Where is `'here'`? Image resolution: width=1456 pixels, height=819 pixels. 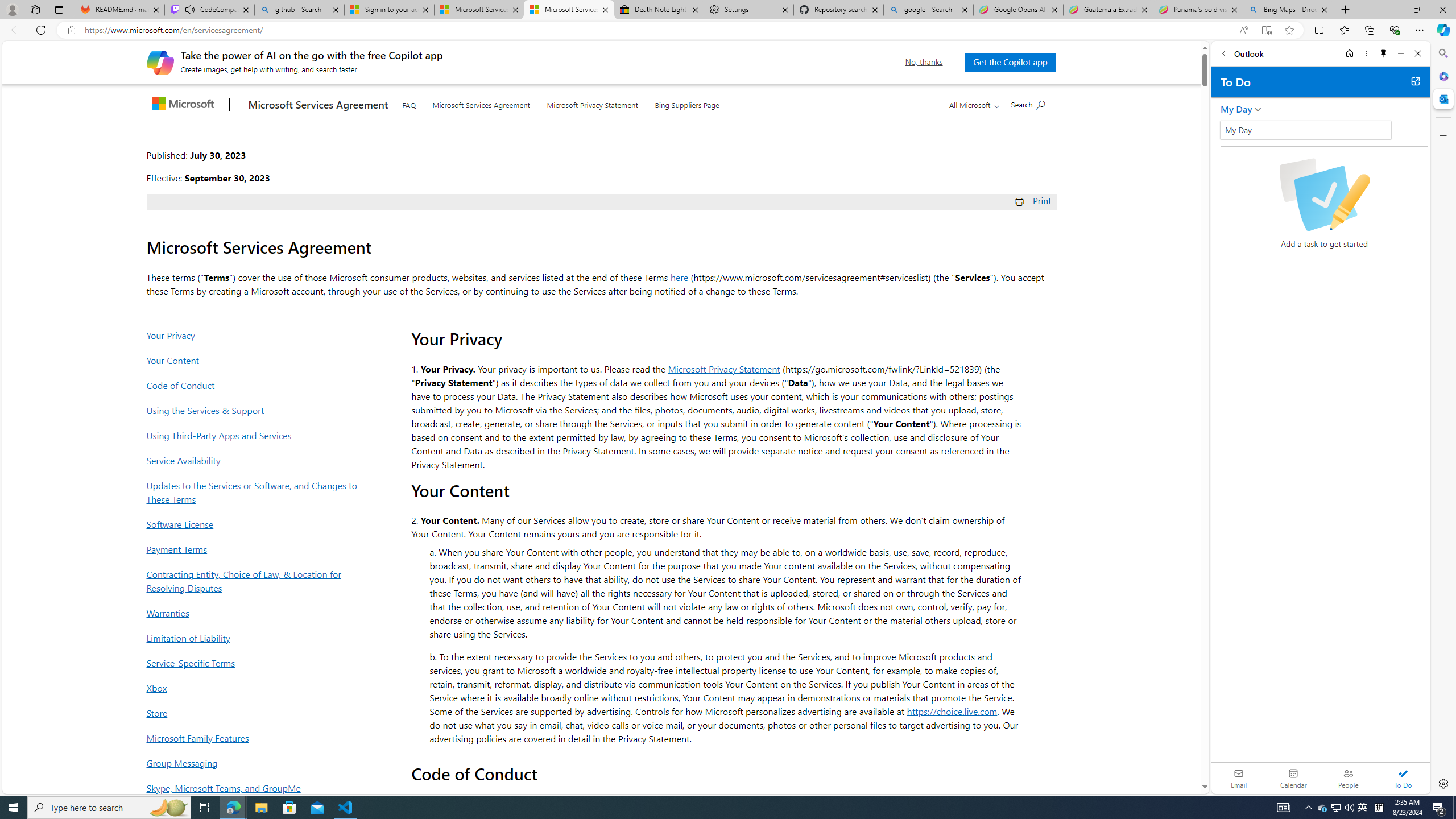 'here' is located at coordinates (679, 276).